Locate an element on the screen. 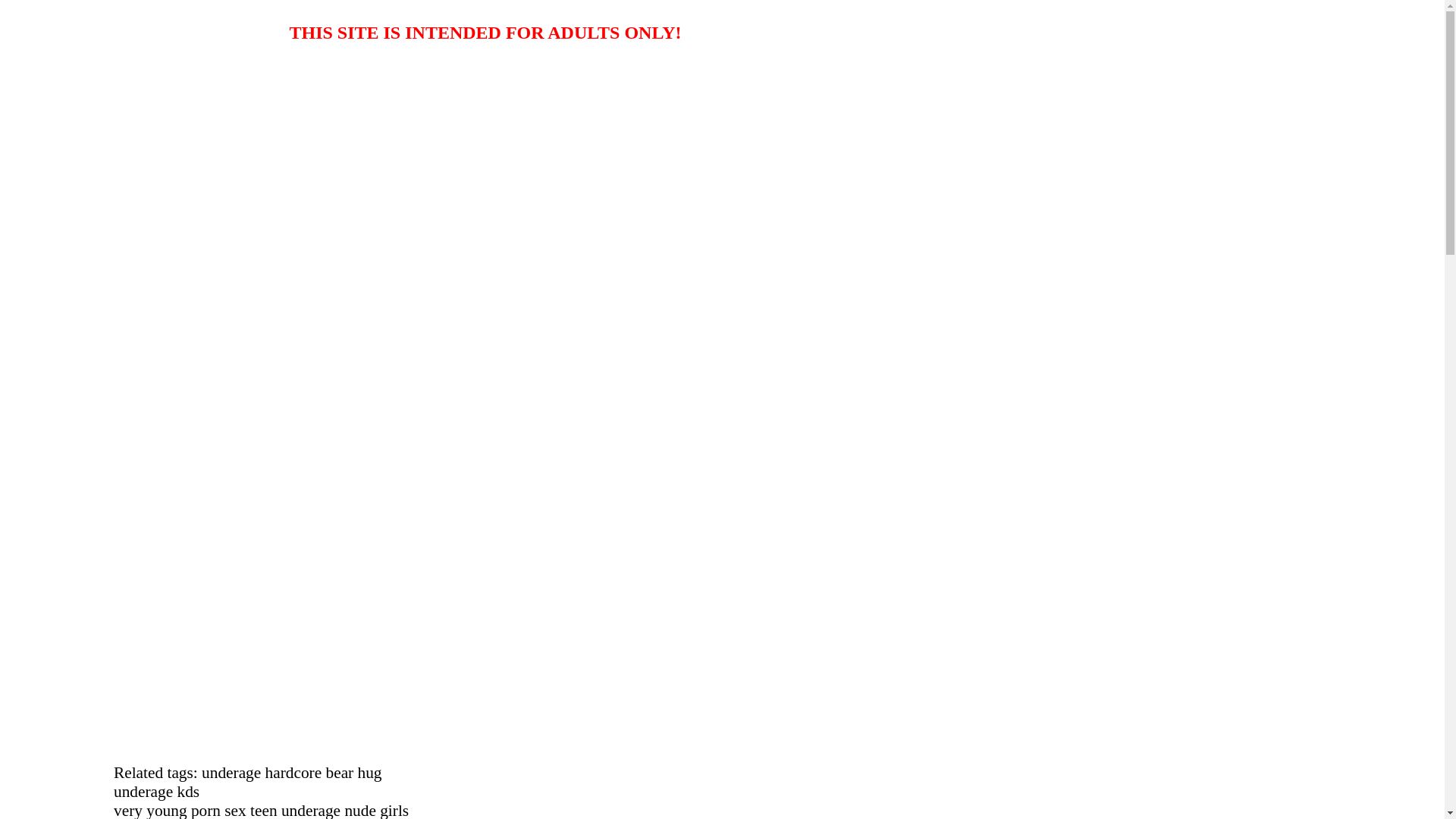  'Admin page' is located at coordinates (96, 681).